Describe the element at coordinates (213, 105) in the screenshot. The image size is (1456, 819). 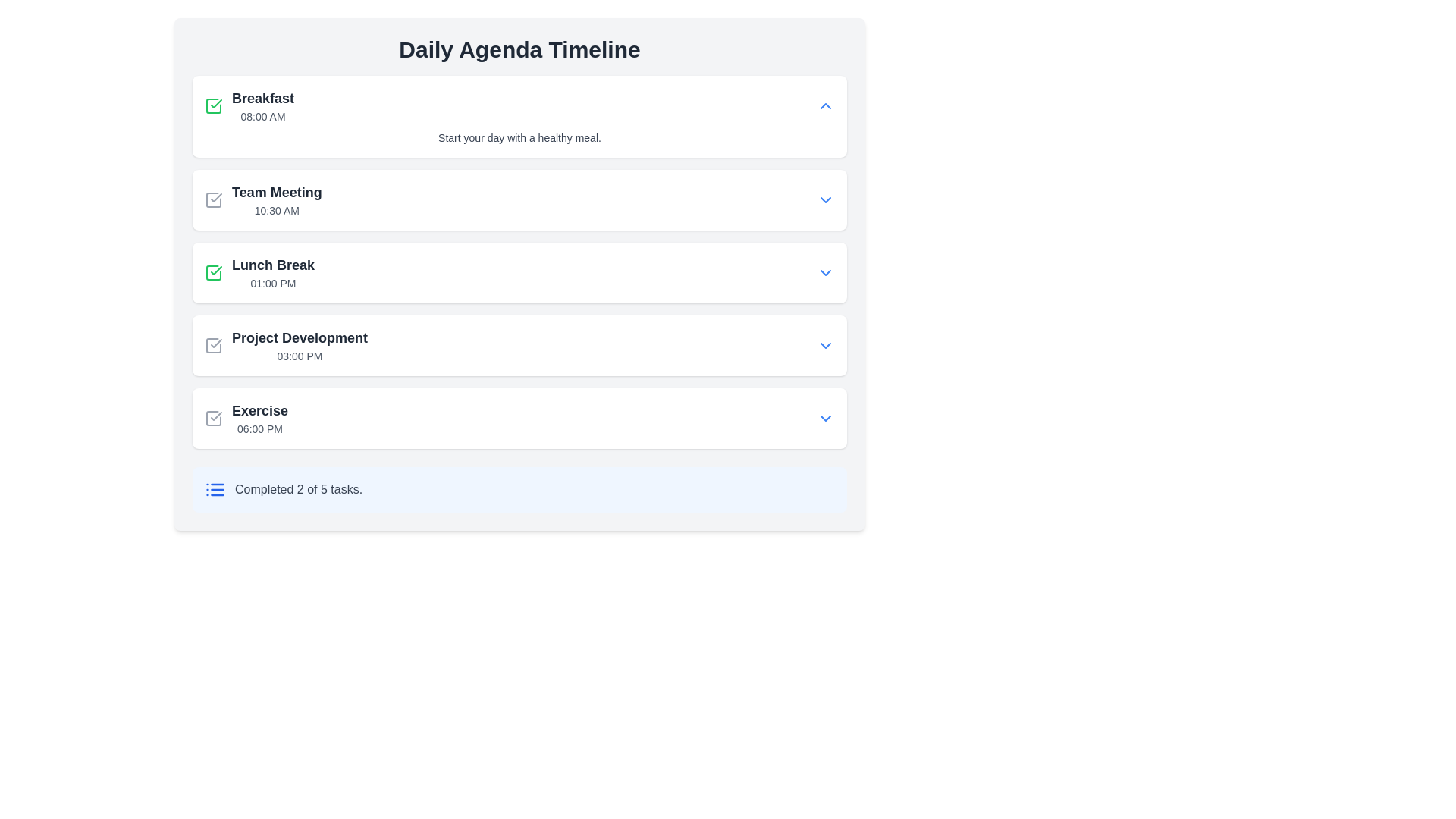
I see `the completion icon located to the left of the 'Breakfast' text in the first list item of the agenda timeline to indicate that the task has been completed` at that location.